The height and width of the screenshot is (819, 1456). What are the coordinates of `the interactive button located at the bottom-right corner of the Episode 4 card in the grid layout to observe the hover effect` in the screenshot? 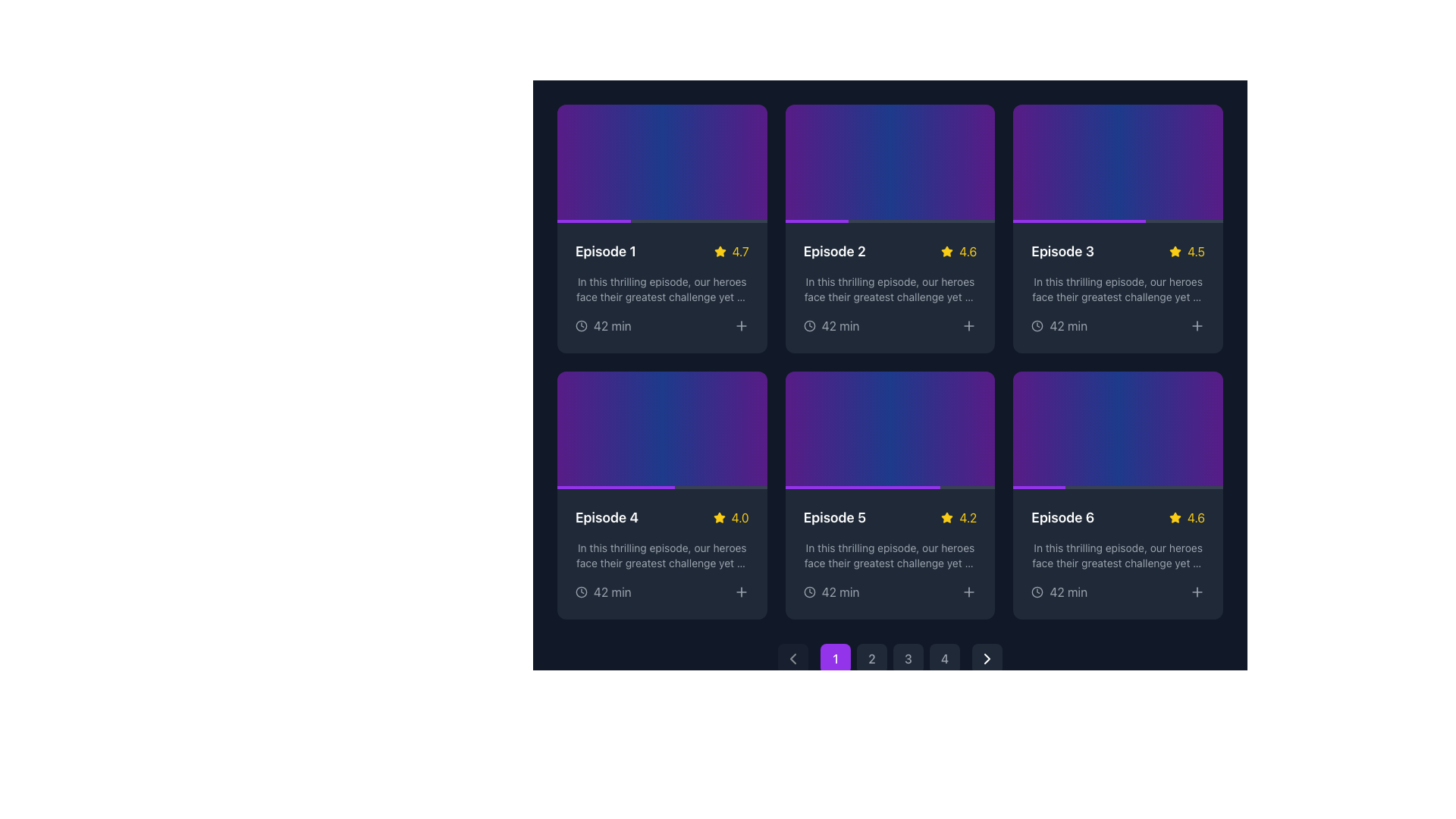 It's located at (741, 591).